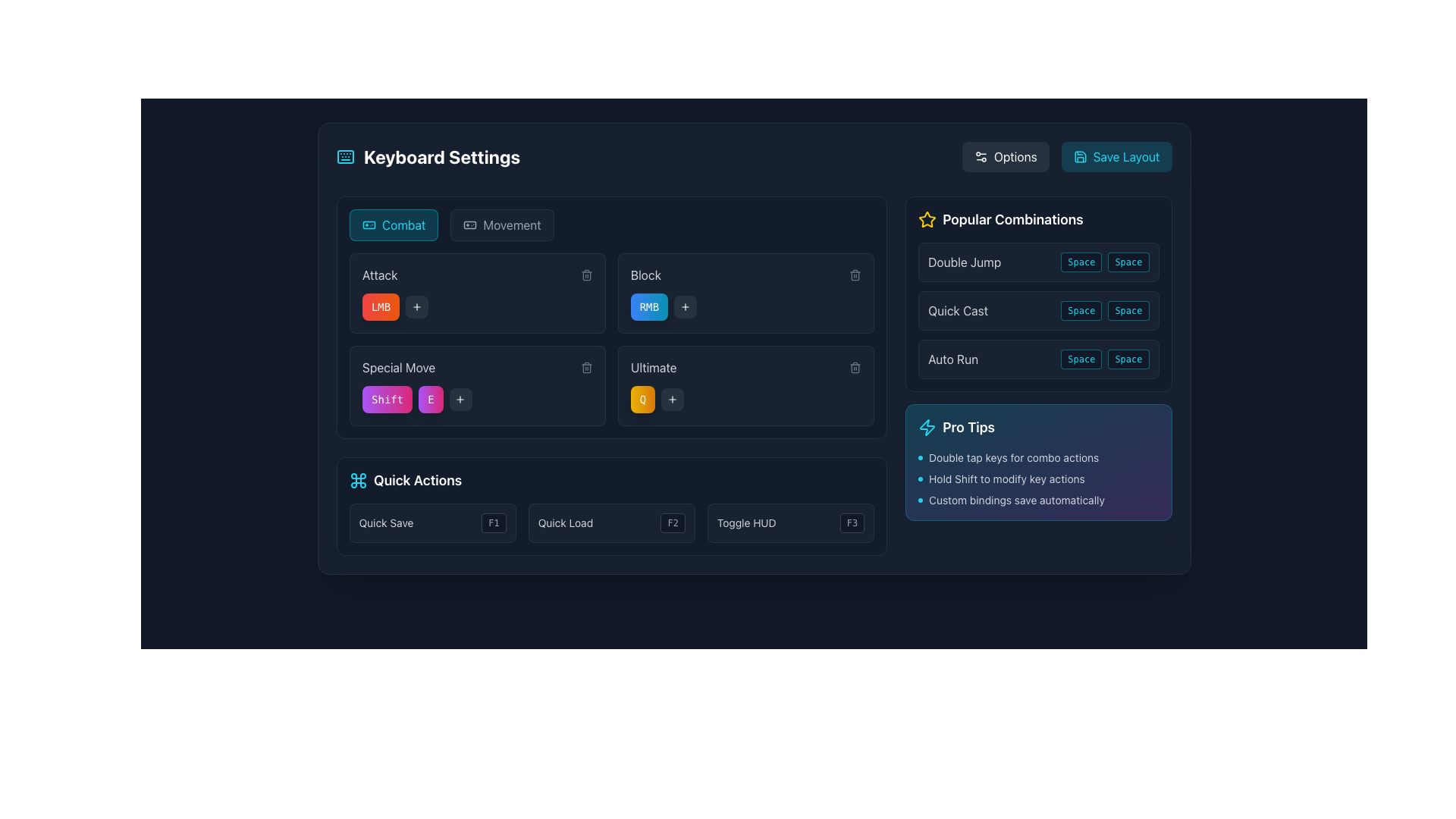 The height and width of the screenshot is (819, 1456). I want to click on the 'Attack' button in the configuration panel, so click(476, 293).